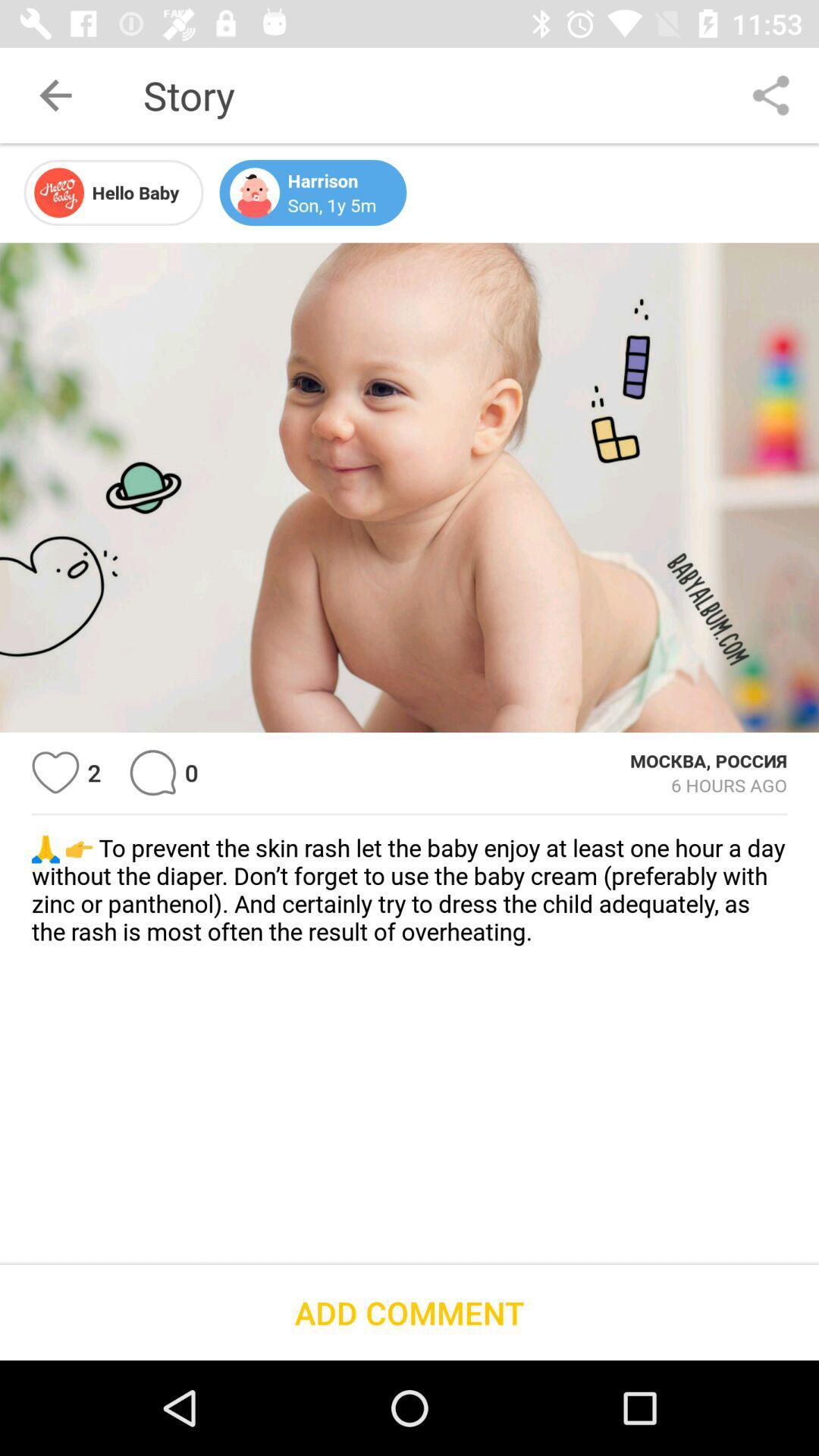 Image resolution: width=819 pixels, height=1456 pixels. What do you see at coordinates (409, 488) in the screenshot?
I see `your baby photo` at bounding box center [409, 488].